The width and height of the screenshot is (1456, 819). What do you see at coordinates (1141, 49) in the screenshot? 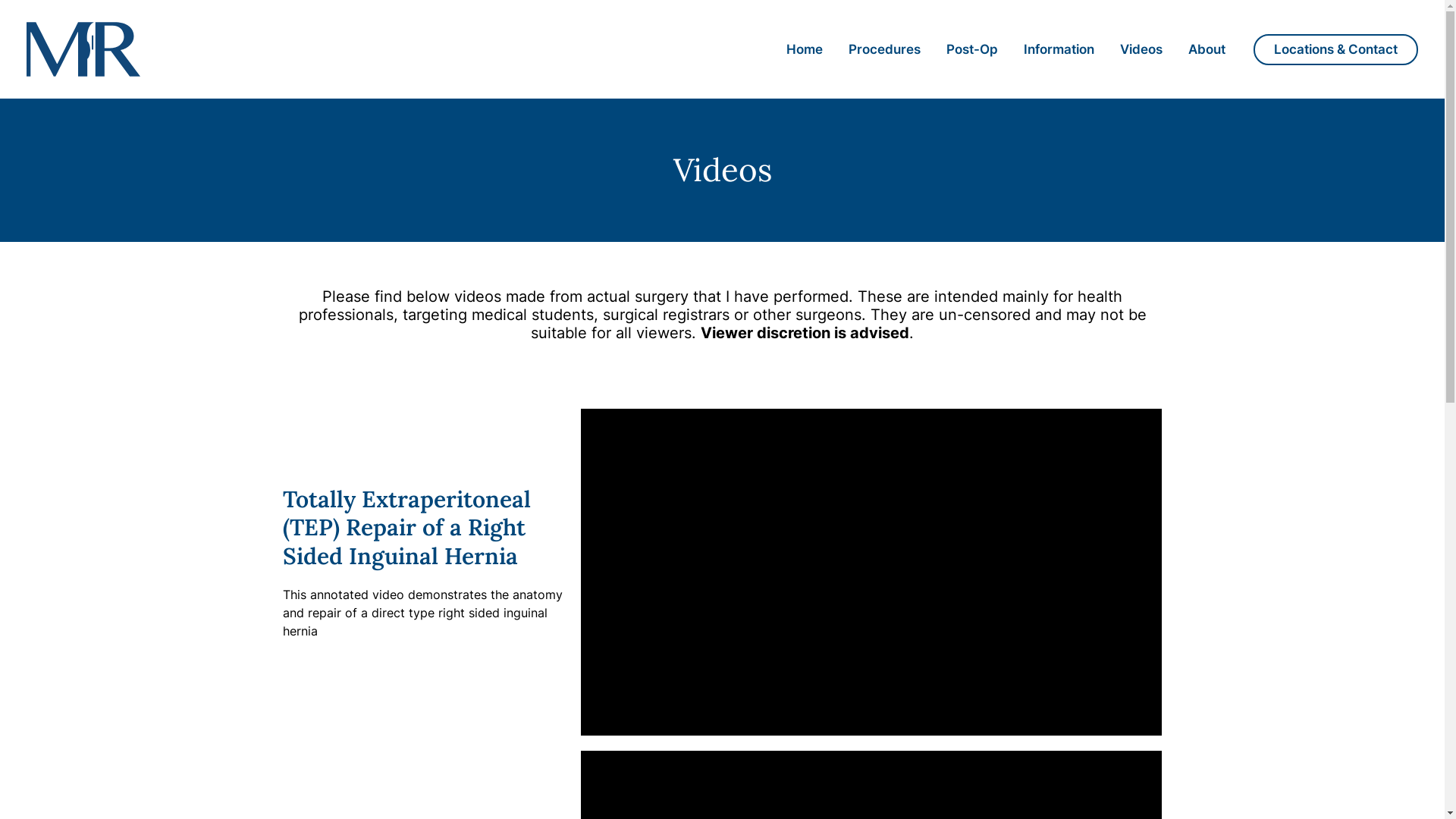
I see `'Videos'` at bounding box center [1141, 49].